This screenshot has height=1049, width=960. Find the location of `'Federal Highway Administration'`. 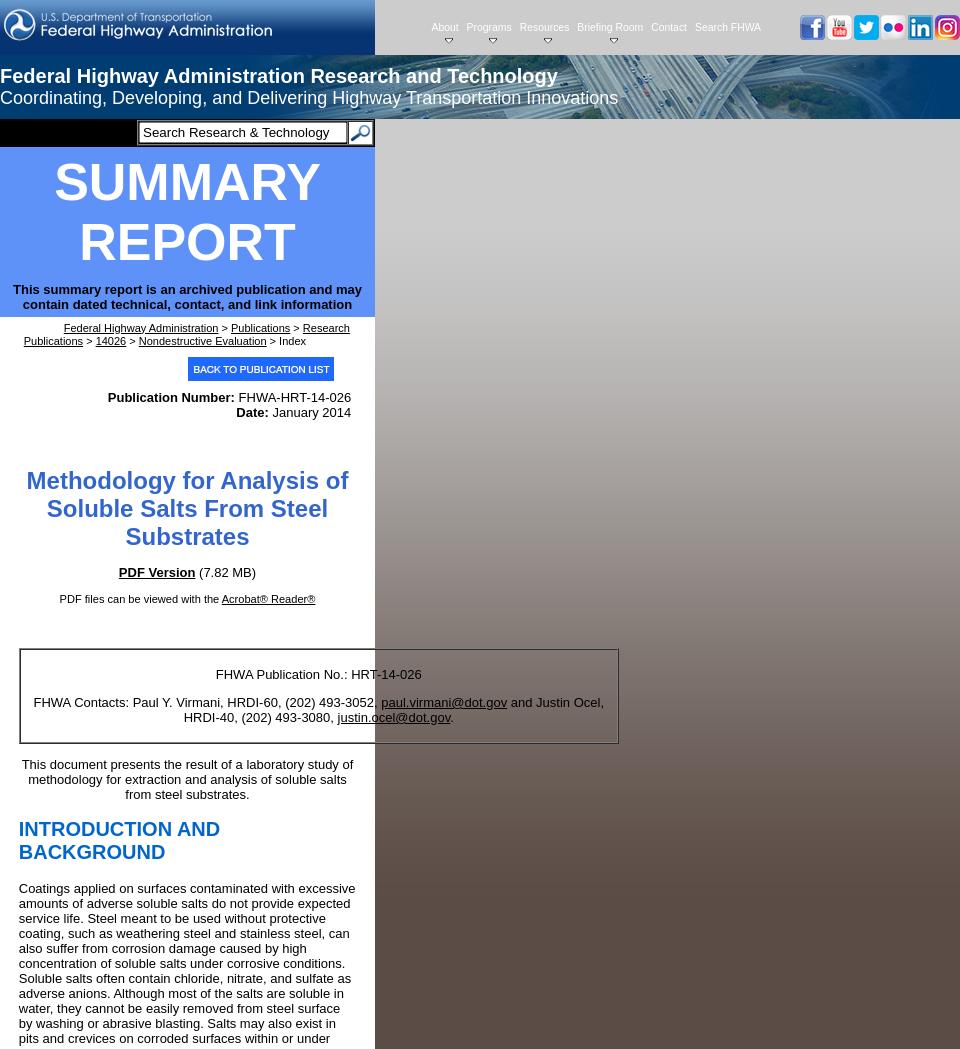

'Federal Highway Administration' is located at coordinates (139, 325).